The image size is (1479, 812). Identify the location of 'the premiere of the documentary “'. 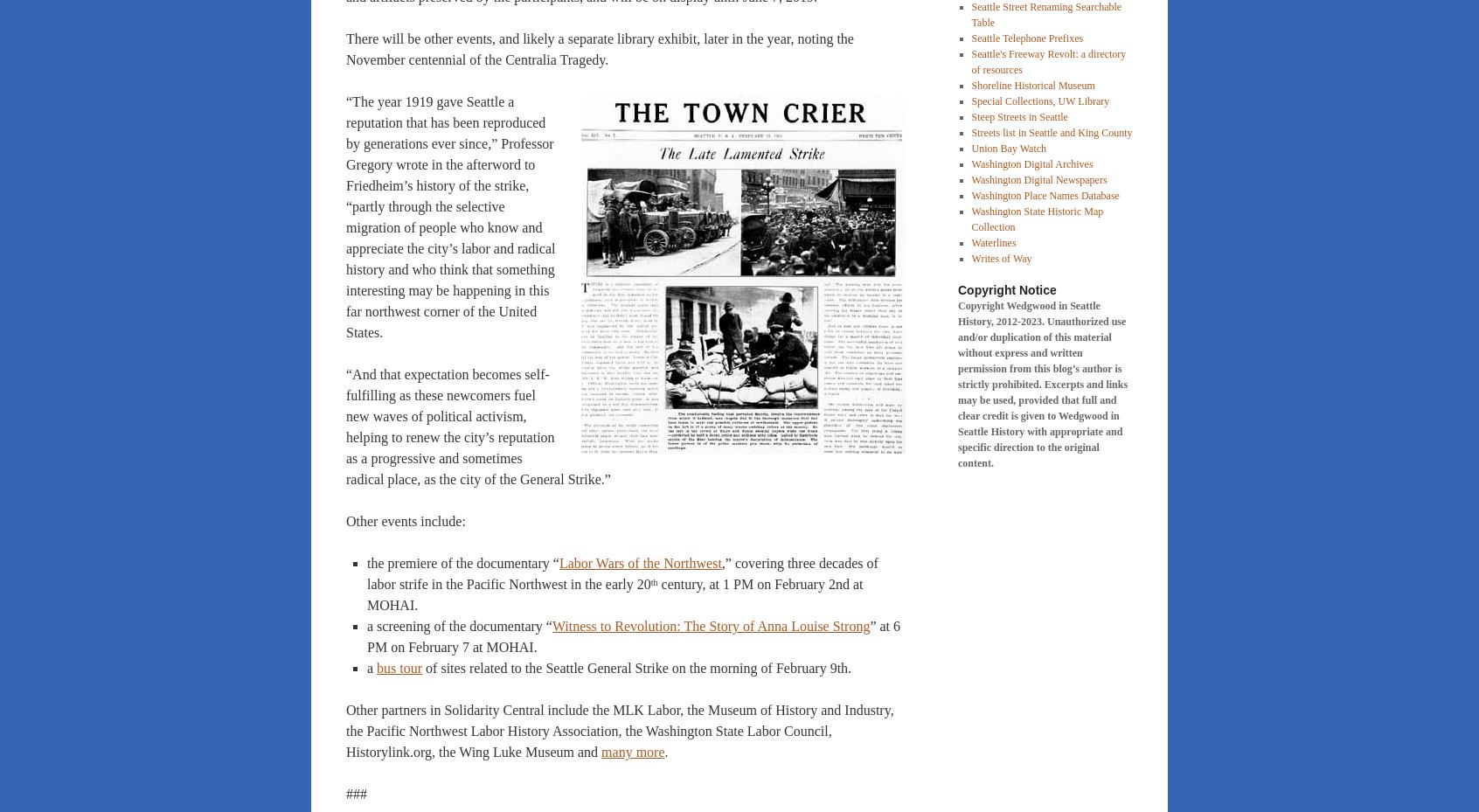
(462, 562).